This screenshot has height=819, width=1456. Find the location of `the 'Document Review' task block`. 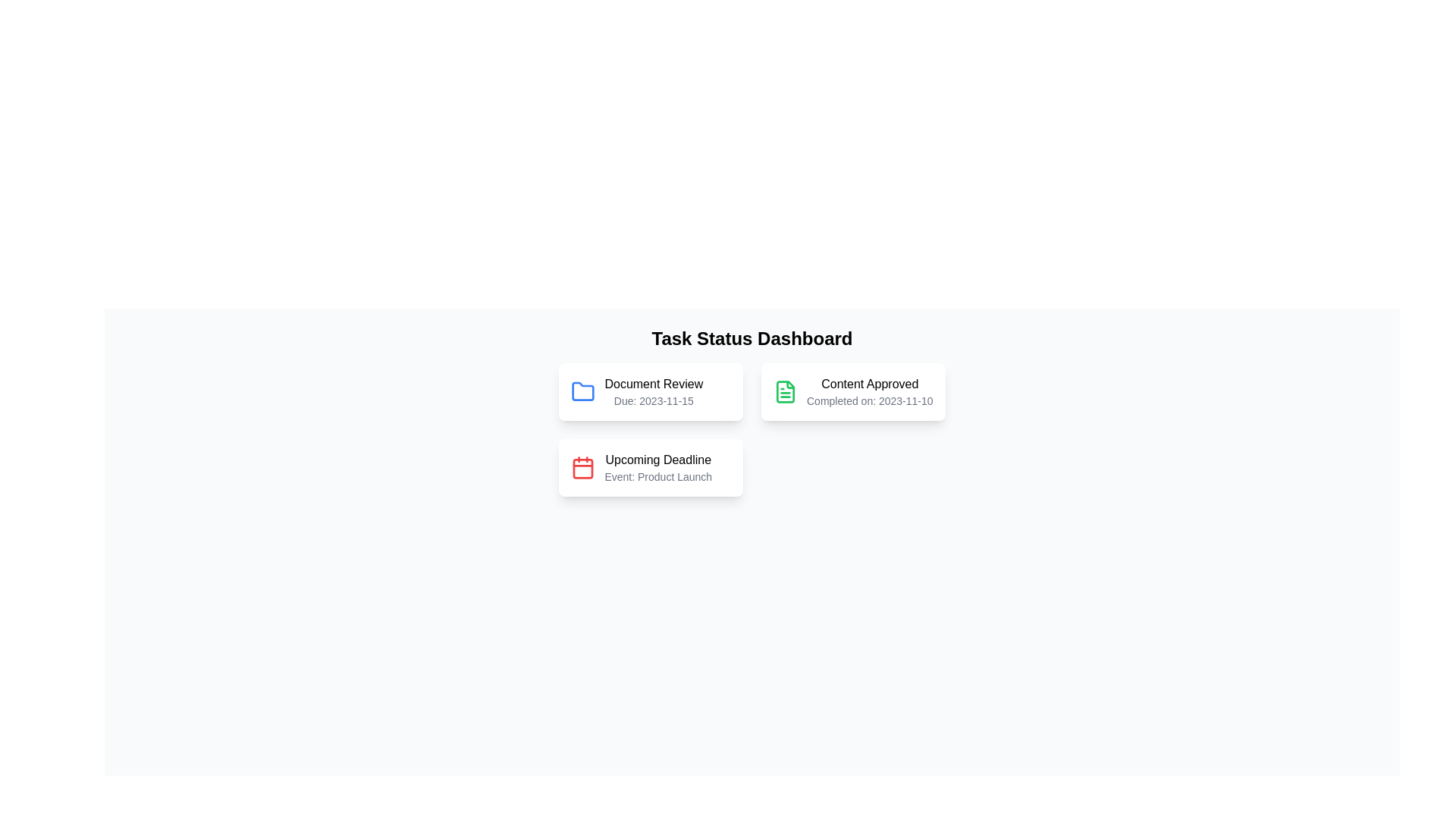

the 'Document Review' task block is located at coordinates (654, 391).